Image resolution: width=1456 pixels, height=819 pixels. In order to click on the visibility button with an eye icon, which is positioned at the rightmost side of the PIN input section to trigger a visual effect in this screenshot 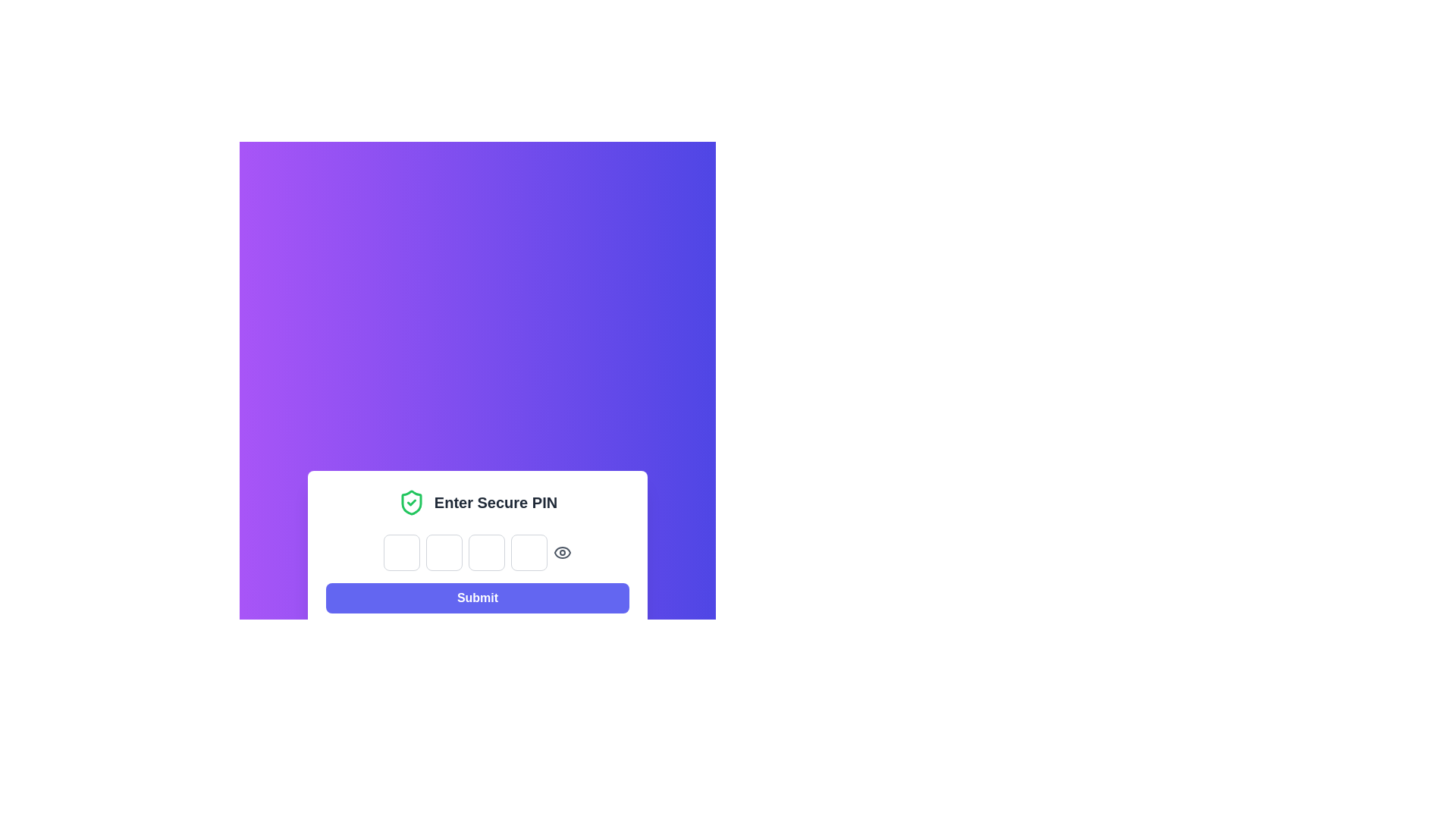, I will do `click(562, 553)`.